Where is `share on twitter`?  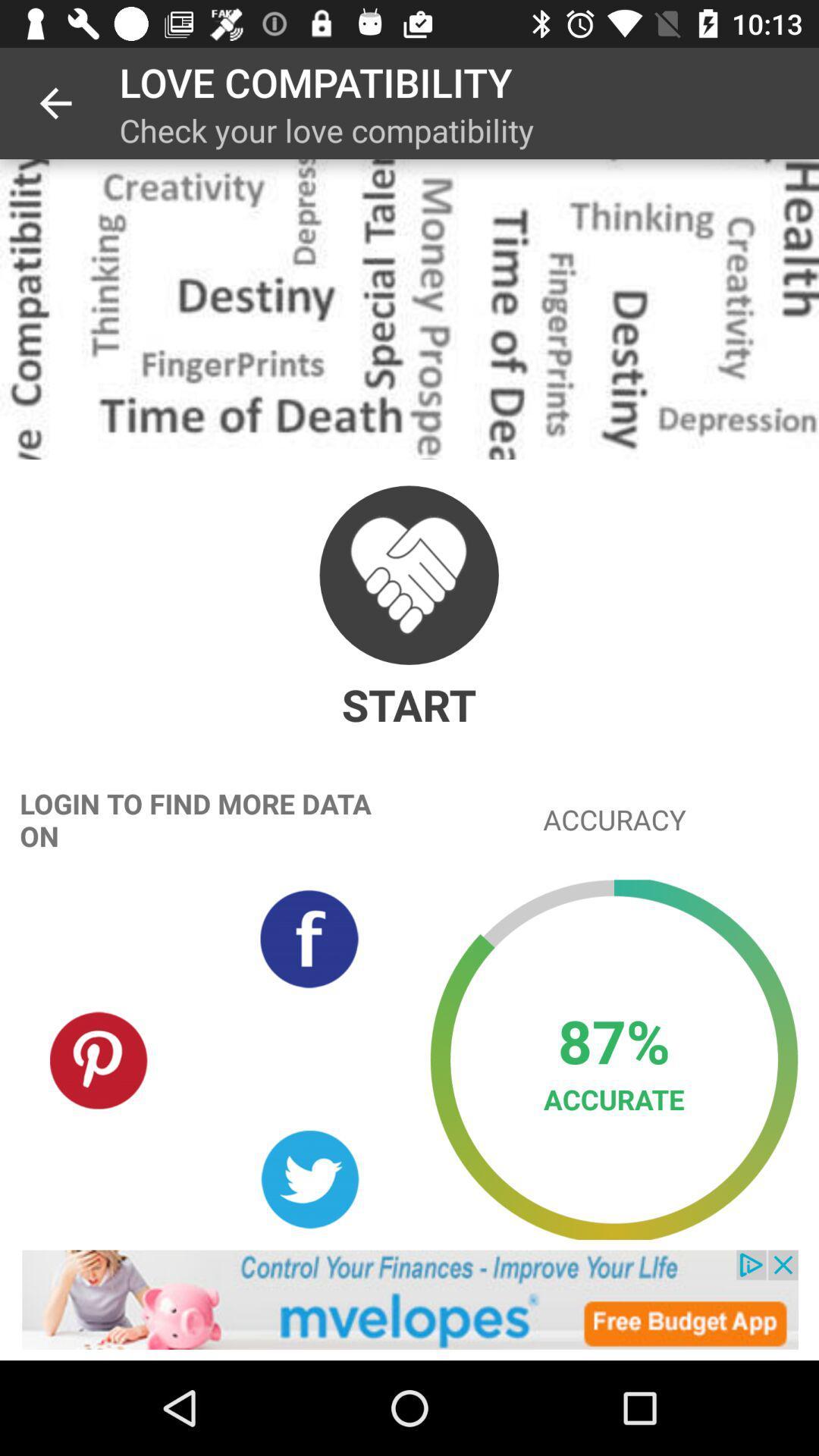 share on twitter is located at coordinates (309, 1179).